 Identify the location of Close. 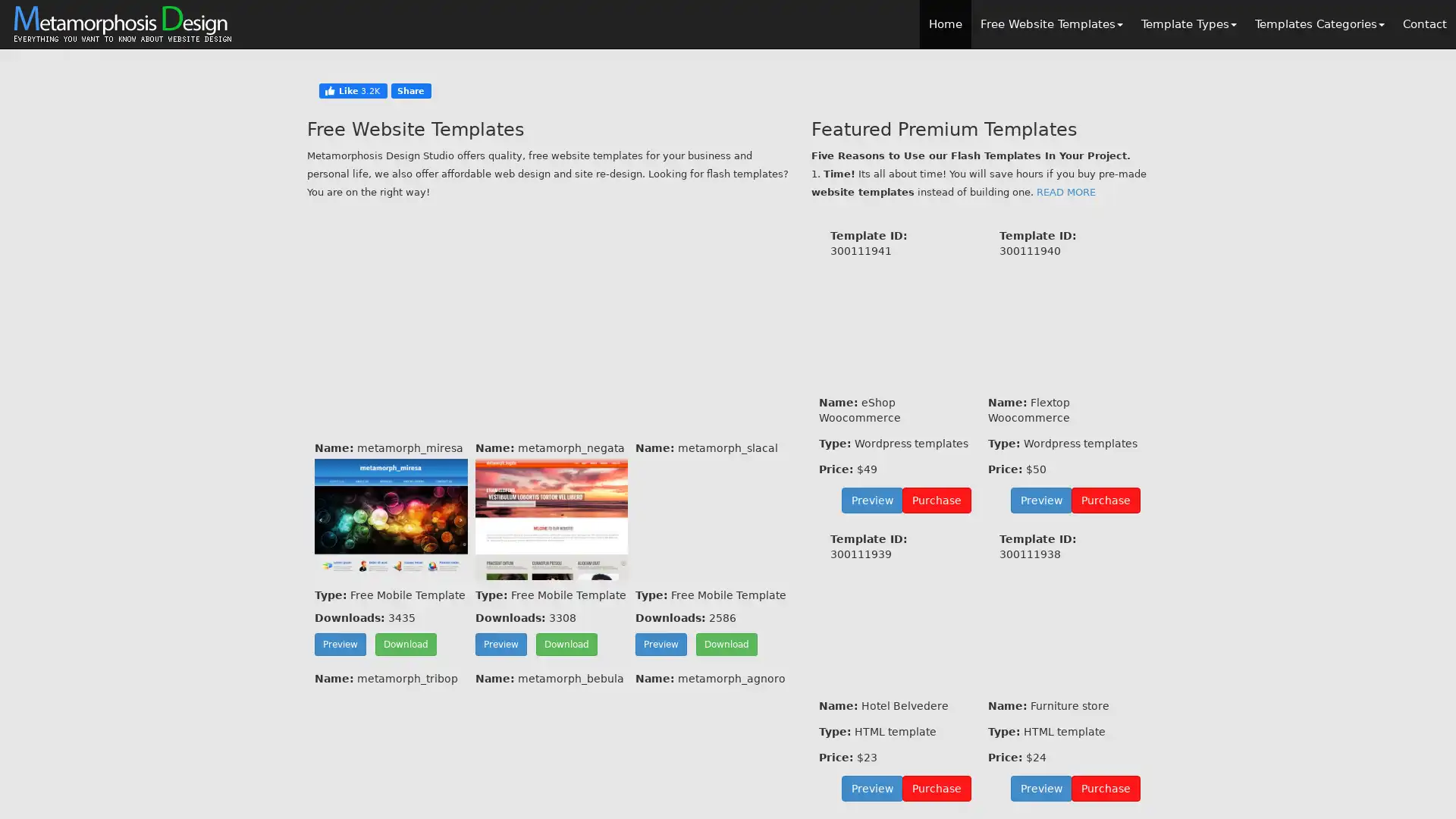
(821, 40).